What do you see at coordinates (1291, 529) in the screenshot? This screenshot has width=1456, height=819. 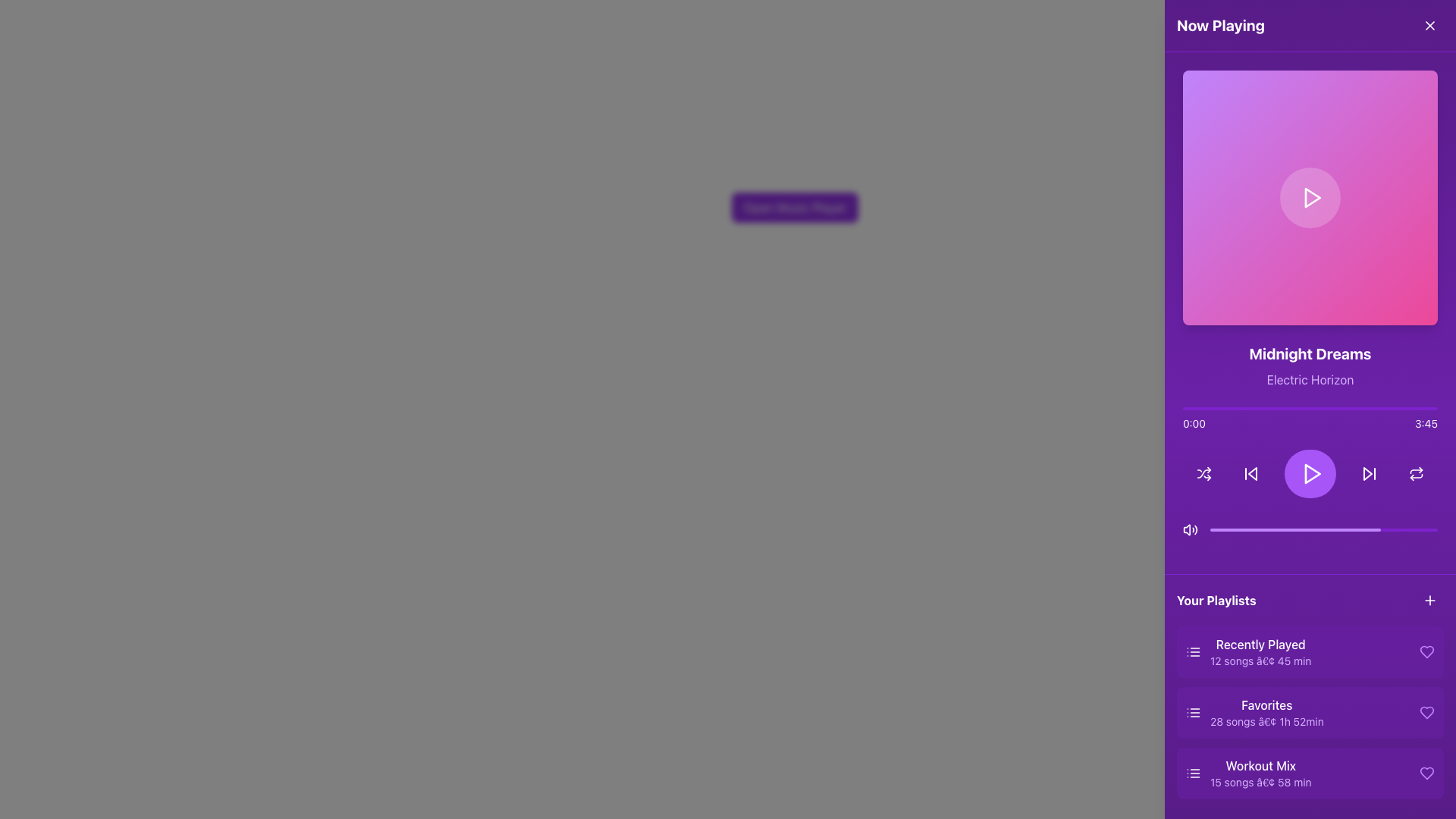 I see `the playback progress` at bounding box center [1291, 529].